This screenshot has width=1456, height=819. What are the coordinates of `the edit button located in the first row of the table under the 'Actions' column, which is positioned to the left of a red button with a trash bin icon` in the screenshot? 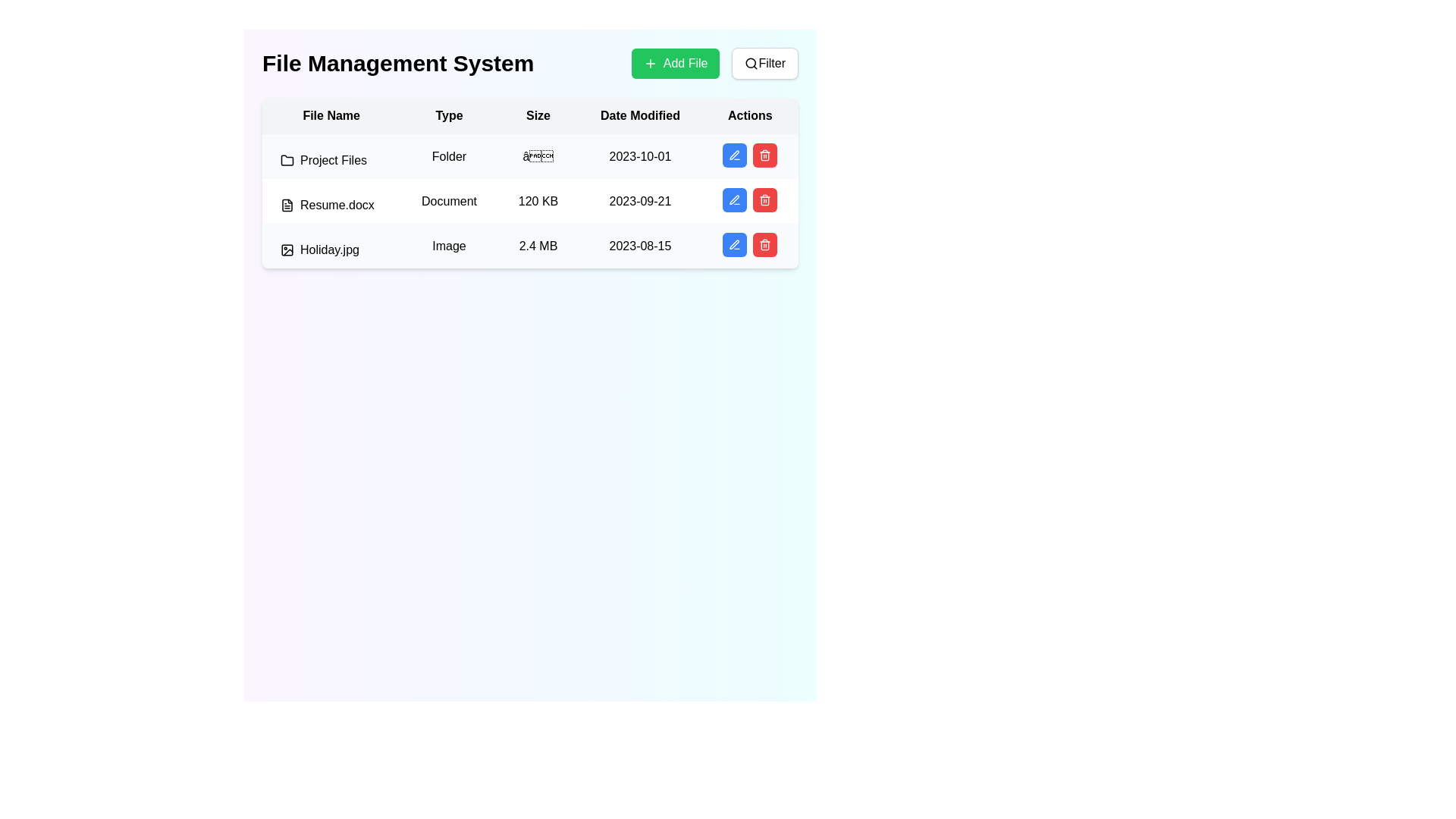 It's located at (735, 155).